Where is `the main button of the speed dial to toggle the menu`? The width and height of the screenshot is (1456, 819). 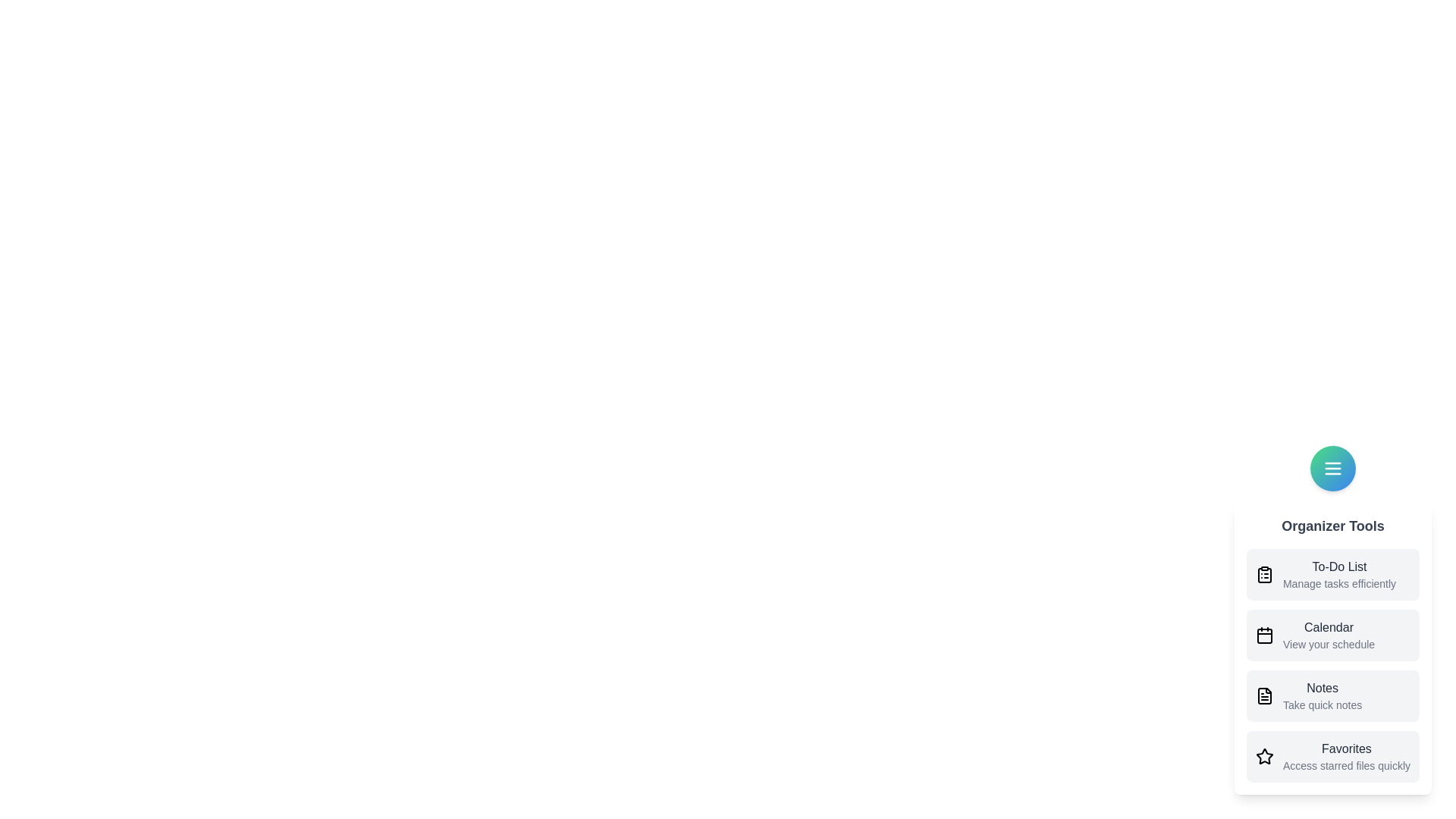
the main button of the speed dial to toggle the menu is located at coordinates (1332, 467).